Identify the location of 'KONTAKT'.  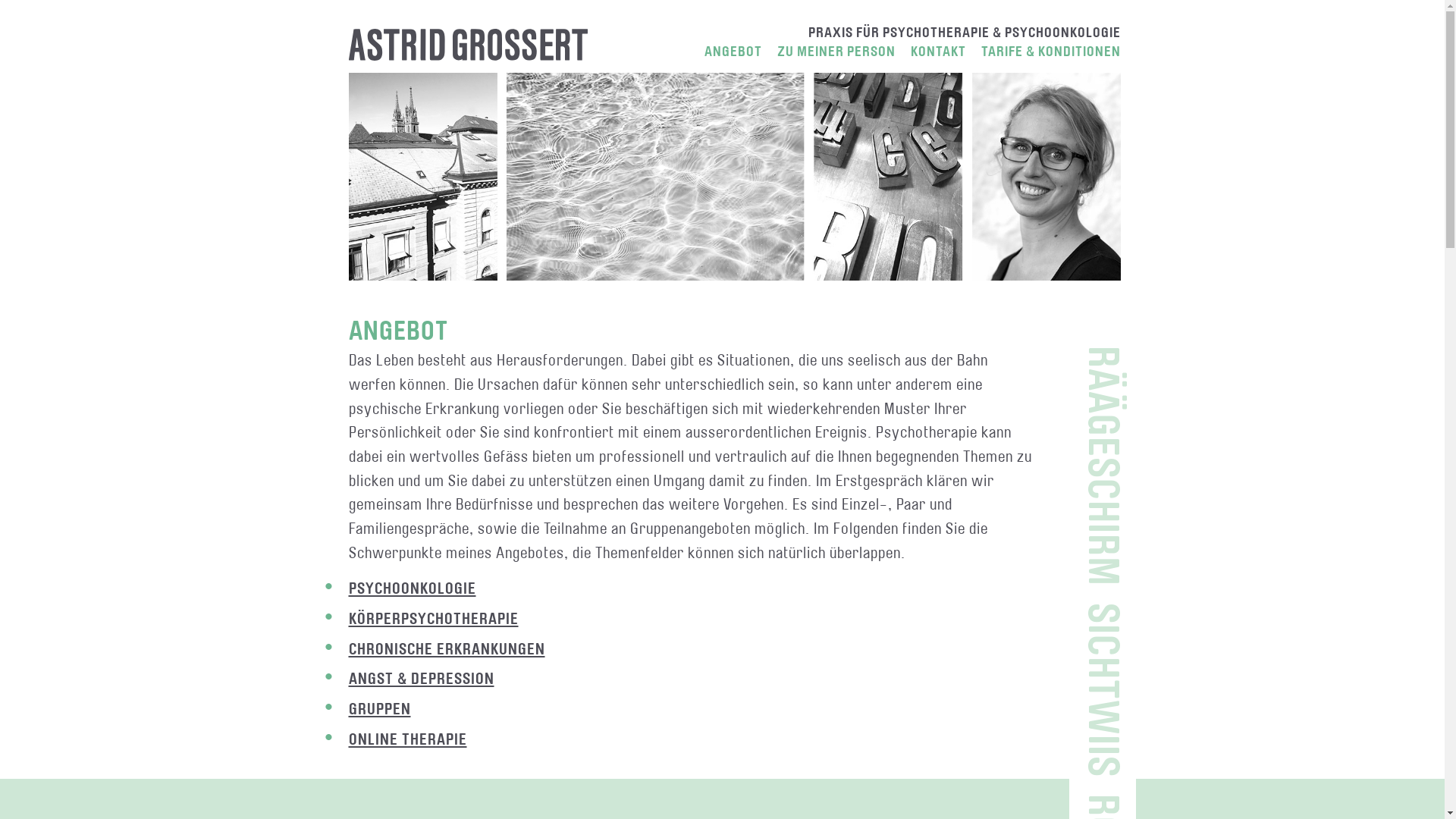
(937, 51).